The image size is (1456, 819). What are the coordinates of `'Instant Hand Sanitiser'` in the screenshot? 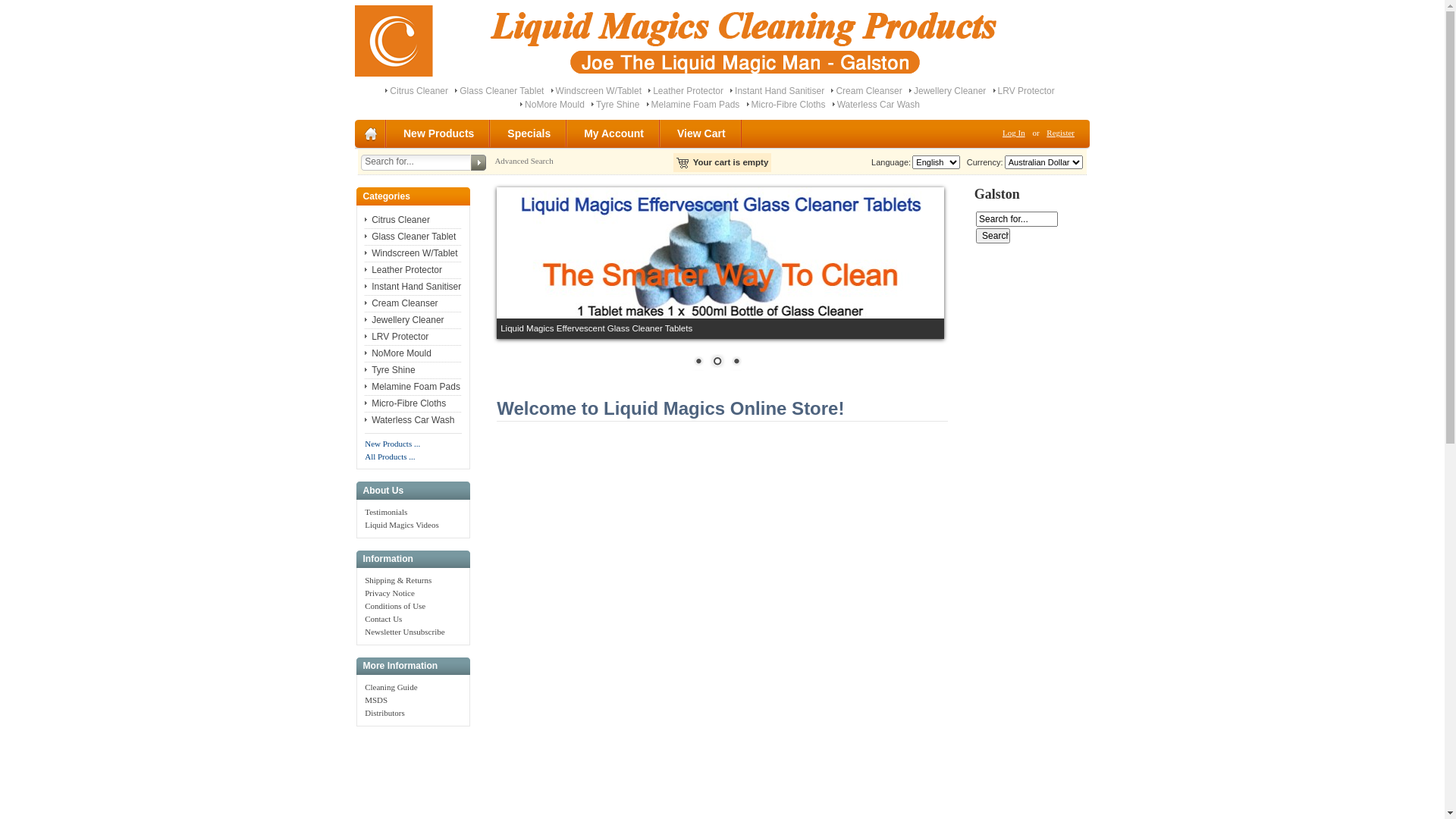 It's located at (413, 287).